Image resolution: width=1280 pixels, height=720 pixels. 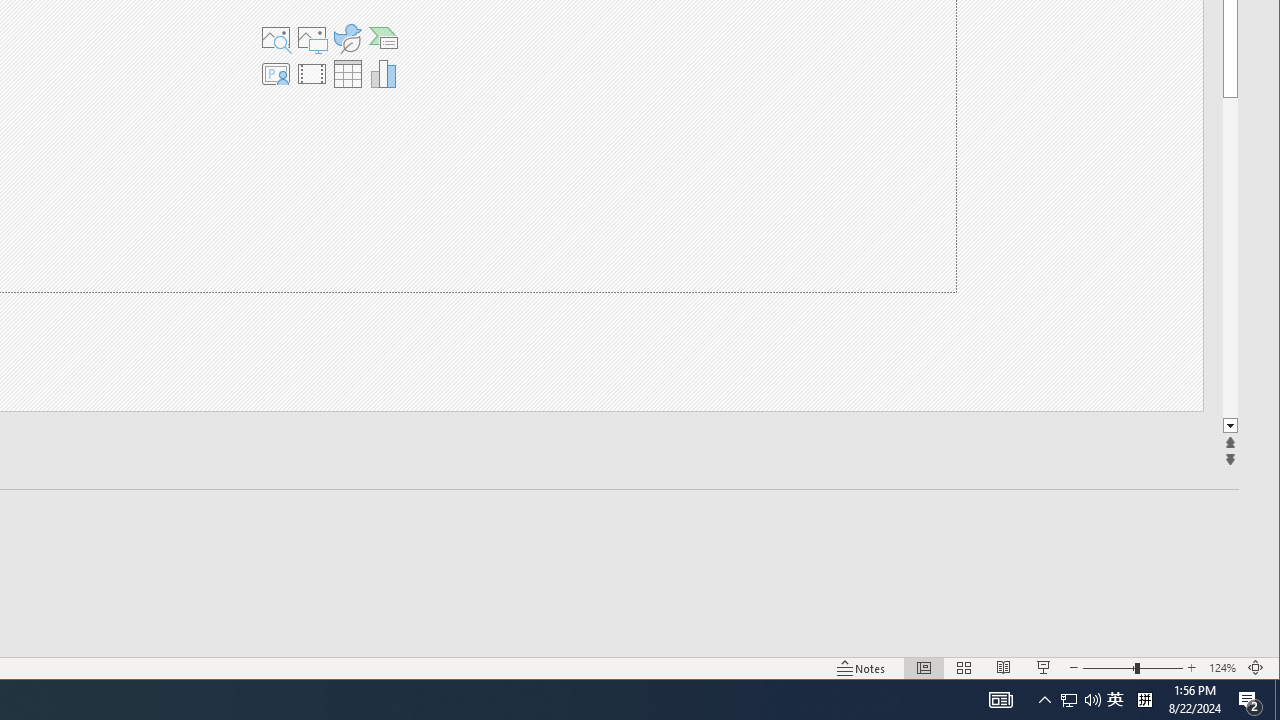 What do you see at coordinates (347, 73) in the screenshot?
I see `'Insert Table'` at bounding box center [347, 73].